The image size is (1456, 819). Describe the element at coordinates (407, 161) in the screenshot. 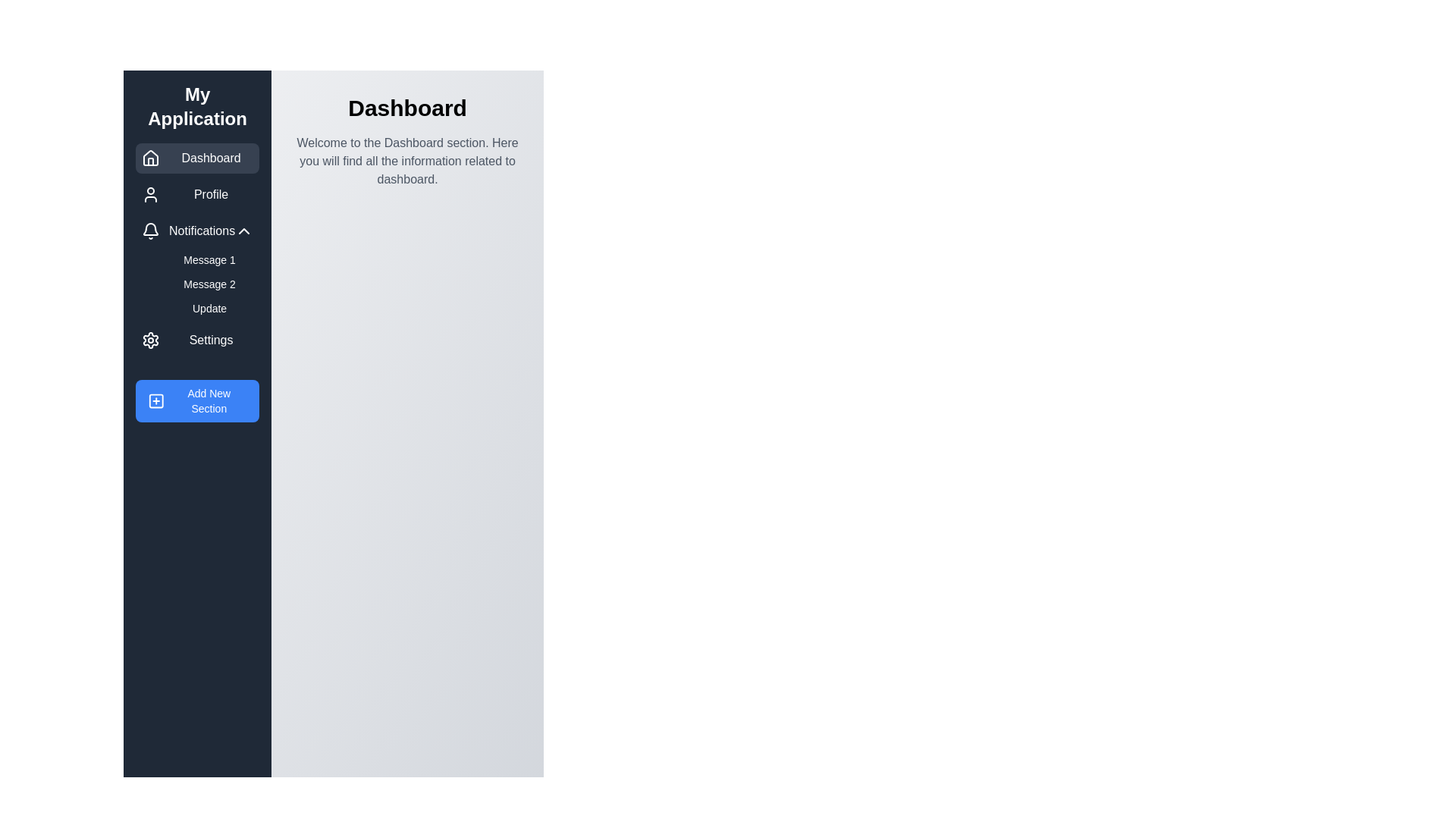

I see `informational text provided by the Text label located beneath the 'Dashboard' heading, which describes the content and purpose of the Dashboard section` at that location.